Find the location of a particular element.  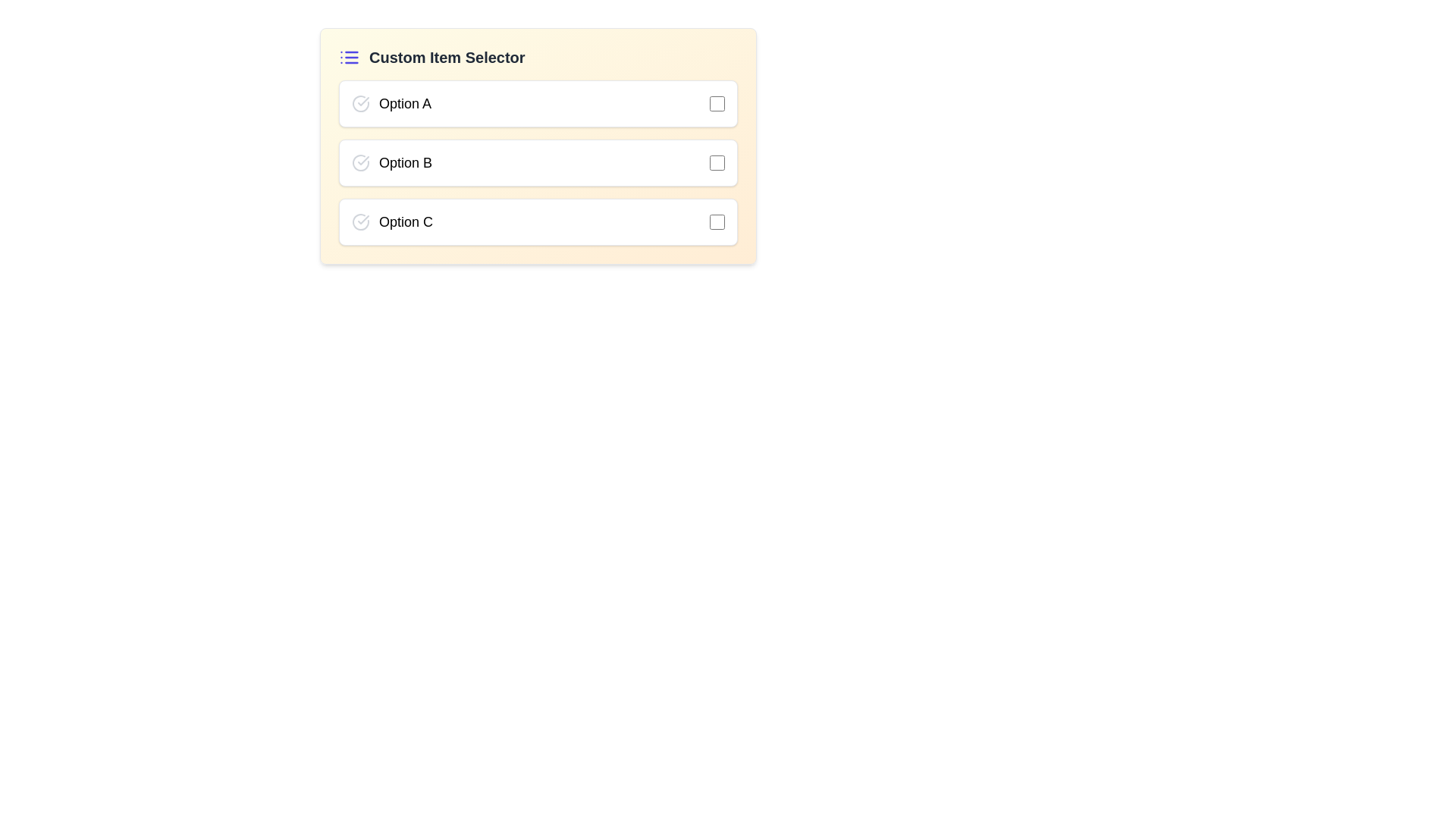

the circular icon with a checkmark that is located beside the text 'Option C' in the 'Custom Item Selector' list is located at coordinates (359, 222).